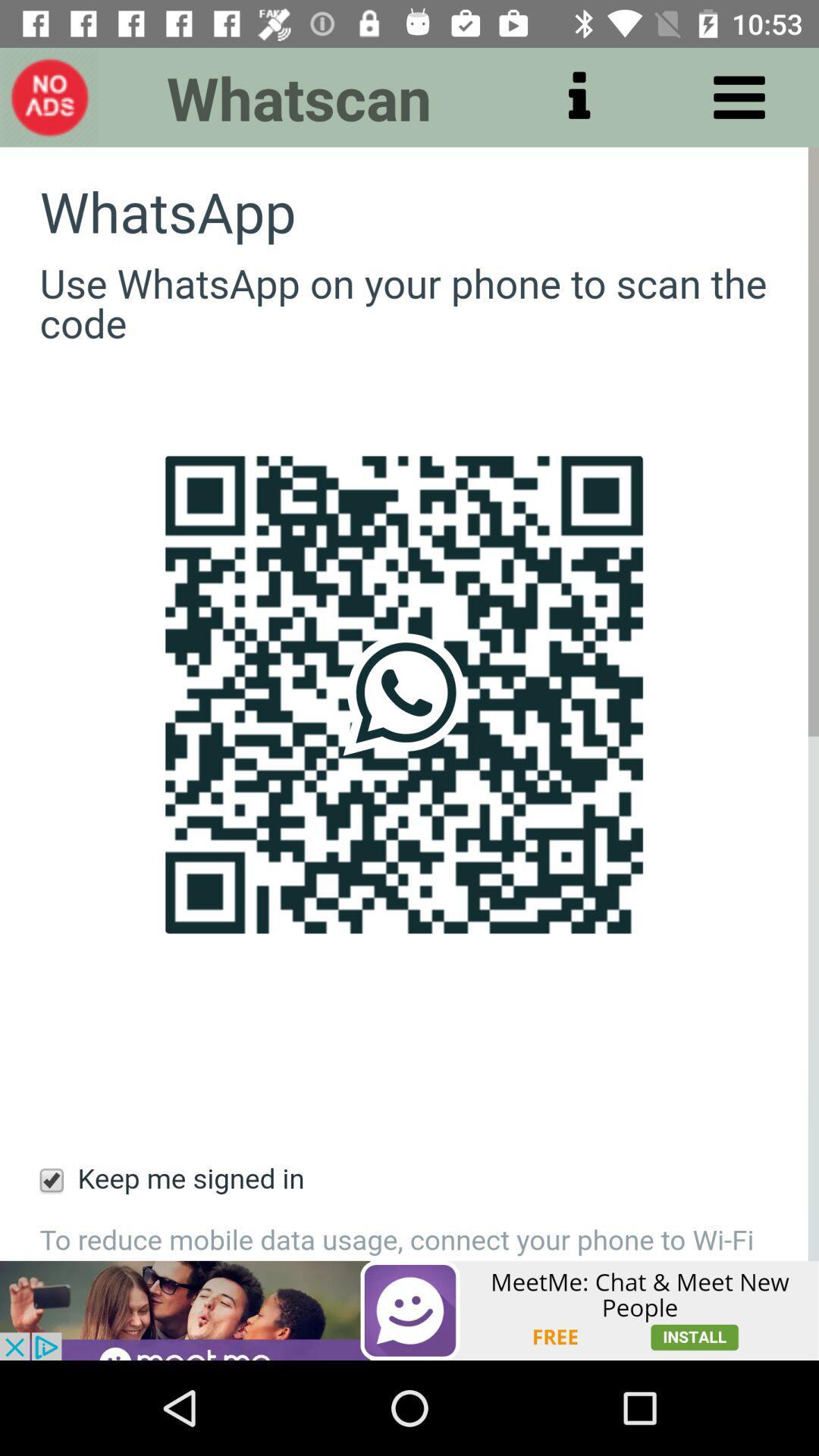 This screenshot has width=819, height=1456. I want to click on scan the code in mobile, so click(409, 703).